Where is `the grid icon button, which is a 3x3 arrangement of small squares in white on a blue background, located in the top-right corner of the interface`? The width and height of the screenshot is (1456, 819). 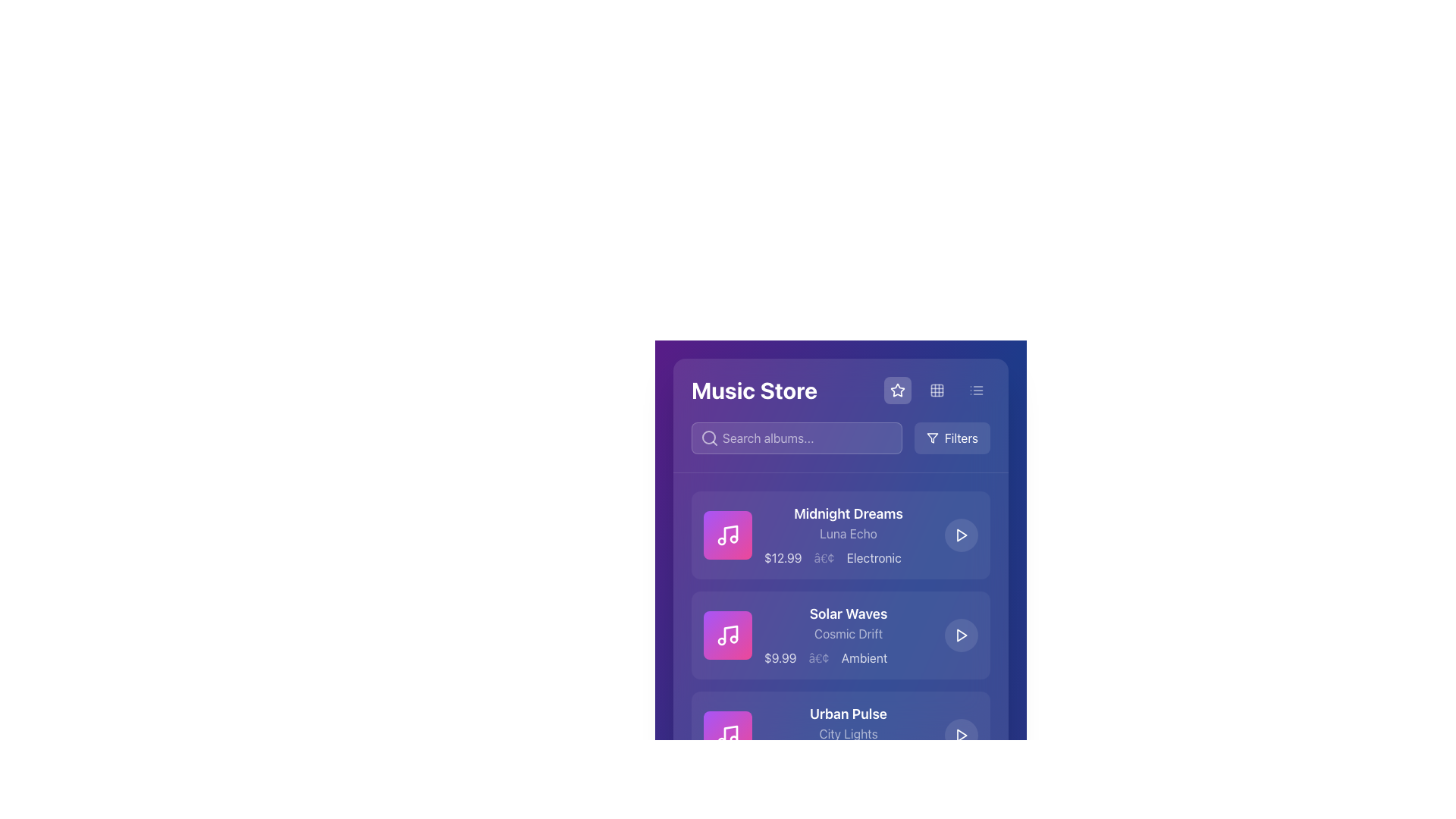
the grid icon button, which is a 3x3 arrangement of small squares in white on a blue background, located in the top-right corner of the interface is located at coordinates (937, 390).